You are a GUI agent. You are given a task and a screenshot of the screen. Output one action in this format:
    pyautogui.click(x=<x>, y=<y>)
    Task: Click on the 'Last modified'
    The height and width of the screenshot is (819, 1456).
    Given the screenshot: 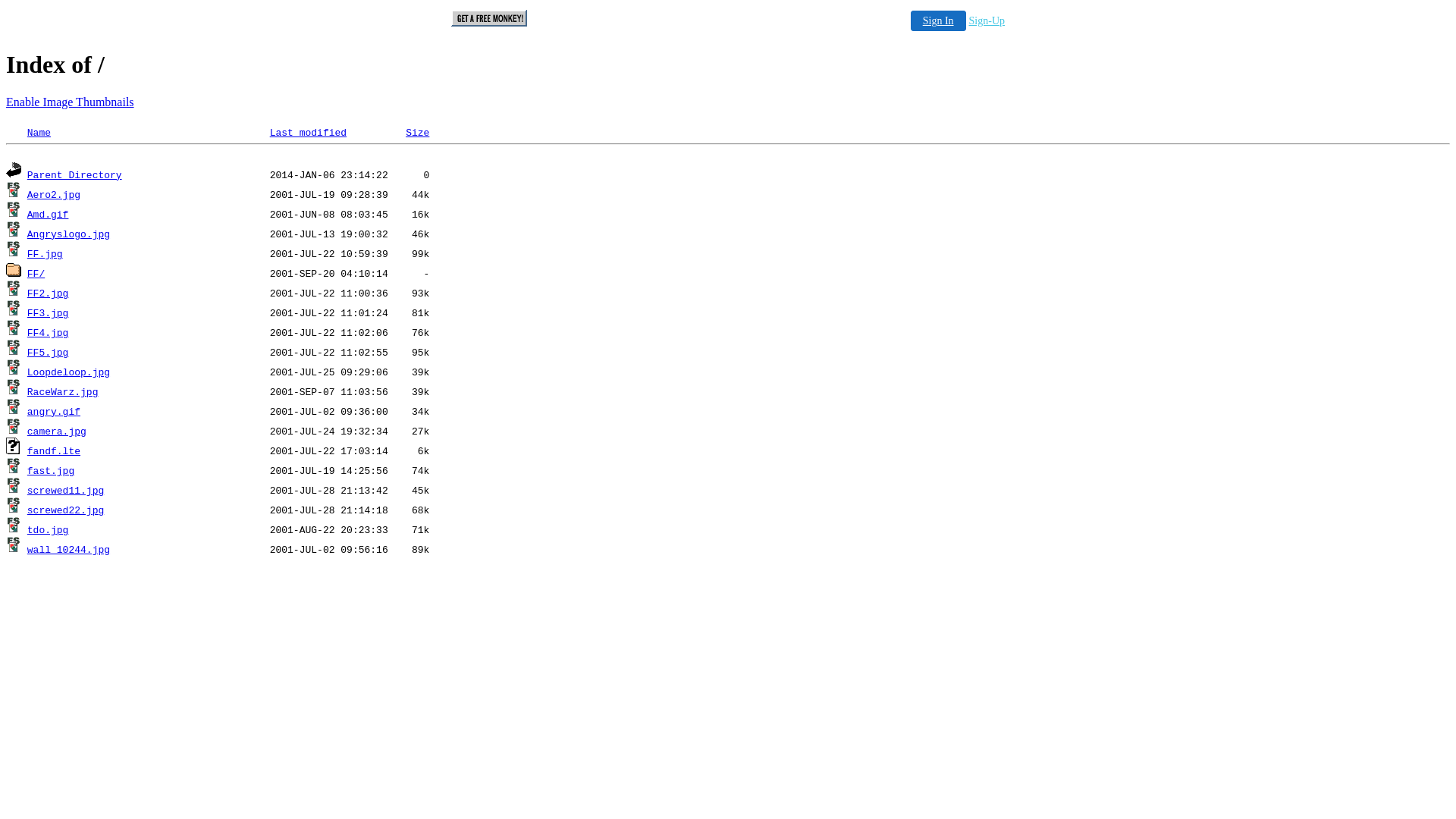 What is the action you would take?
    pyautogui.click(x=307, y=132)
    